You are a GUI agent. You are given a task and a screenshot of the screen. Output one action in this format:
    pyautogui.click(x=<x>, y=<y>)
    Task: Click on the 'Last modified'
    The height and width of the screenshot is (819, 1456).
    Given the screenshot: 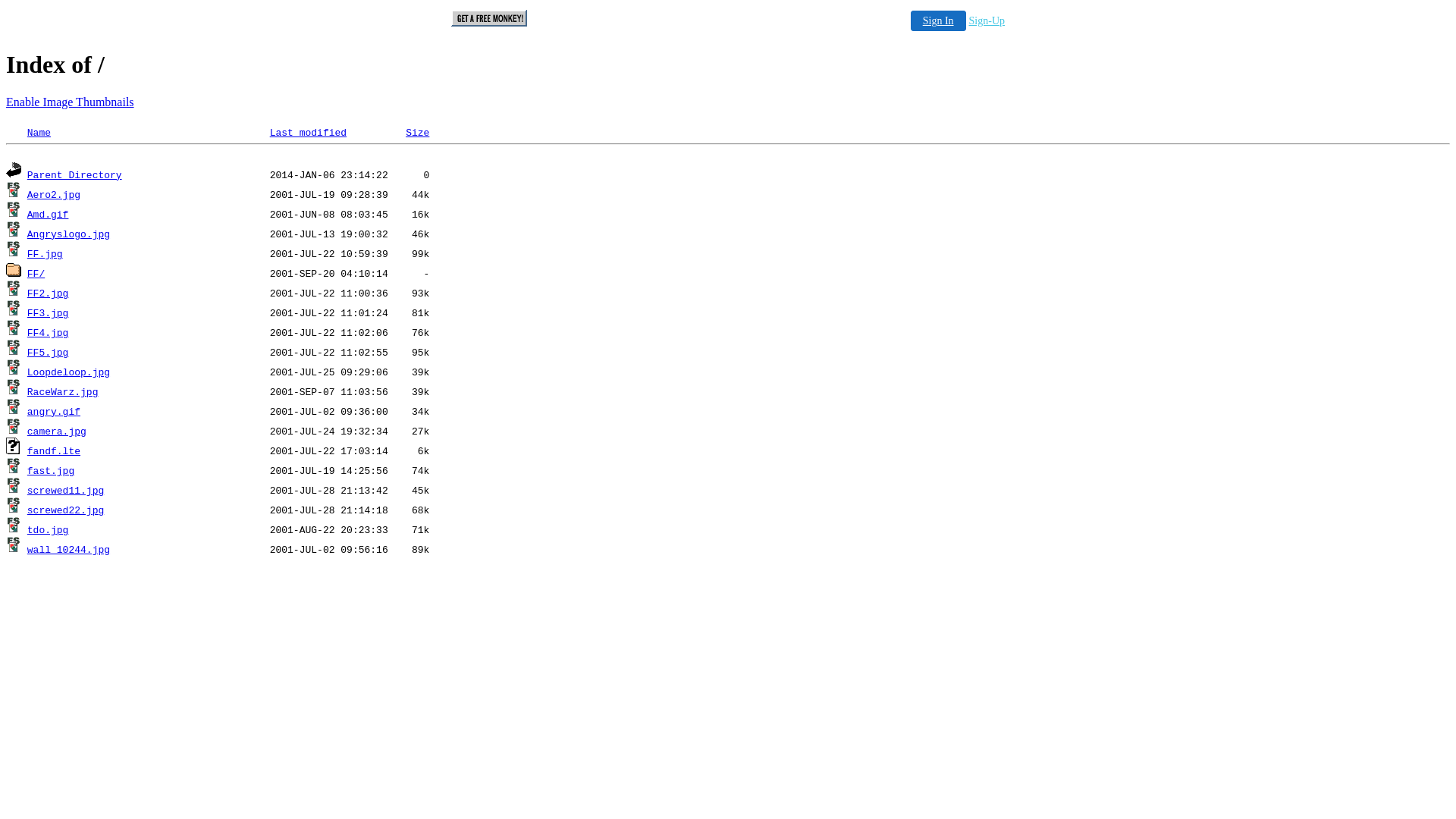 What is the action you would take?
    pyautogui.click(x=307, y=132)
    